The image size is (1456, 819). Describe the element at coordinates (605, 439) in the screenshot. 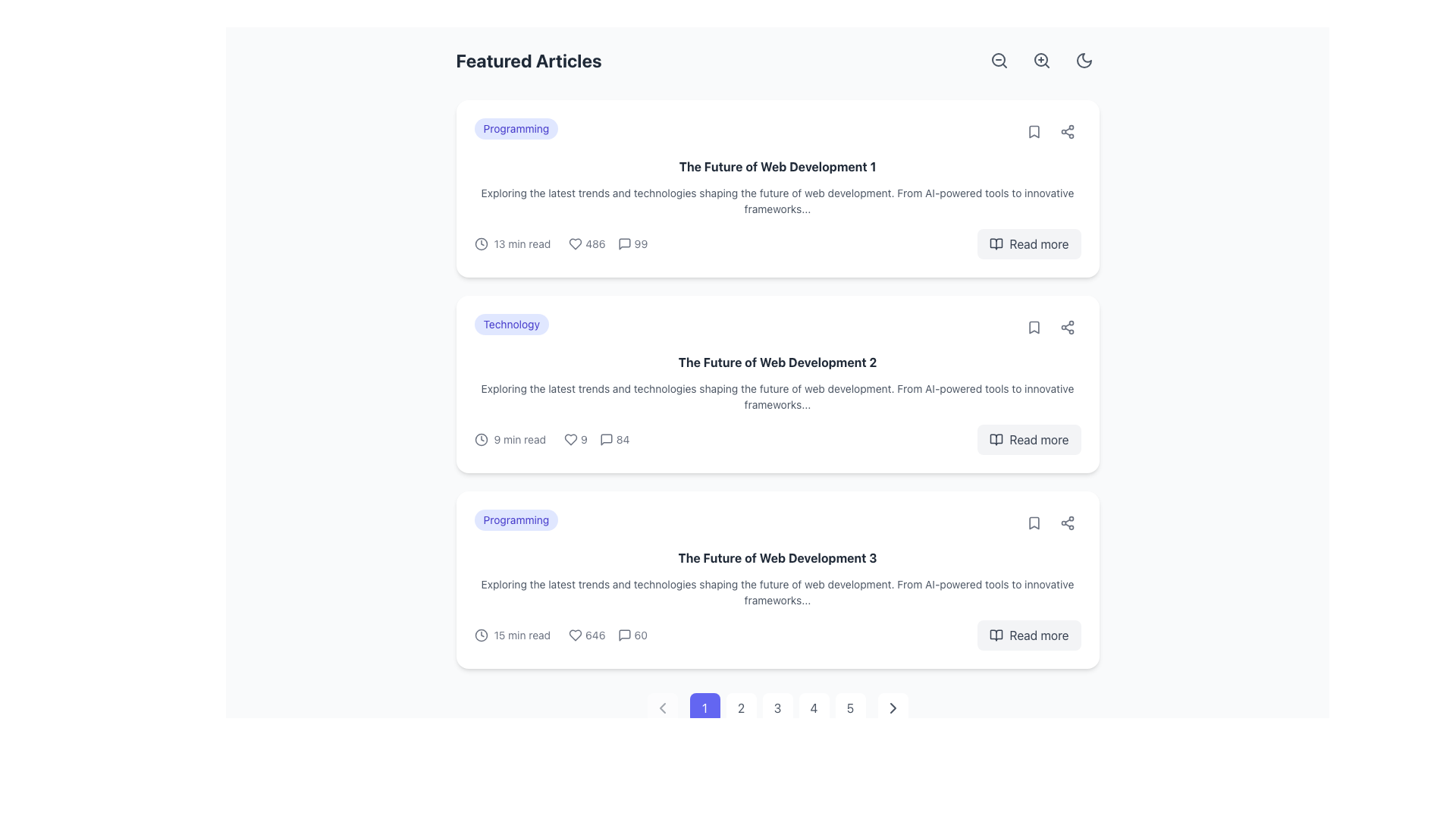

I see `the compact, simplified speech bubble icon styled in a line-art fashion, which is part of the metadata of the second featured article and is located in the third column of the second row of the main content section` at that location.